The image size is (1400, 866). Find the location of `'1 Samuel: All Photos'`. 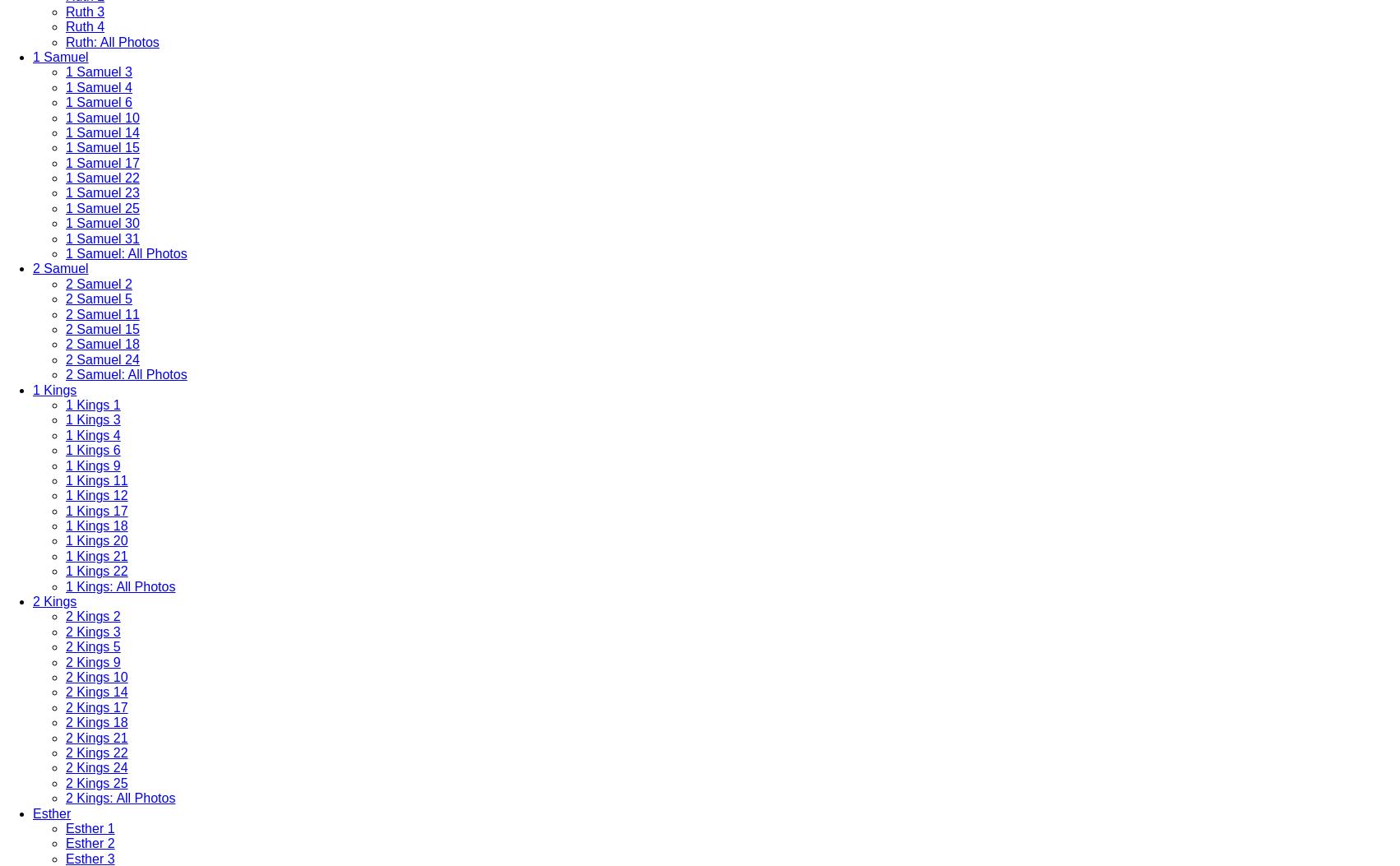

'1 Samuel: All Photos' is located at coordinates (125, 253).